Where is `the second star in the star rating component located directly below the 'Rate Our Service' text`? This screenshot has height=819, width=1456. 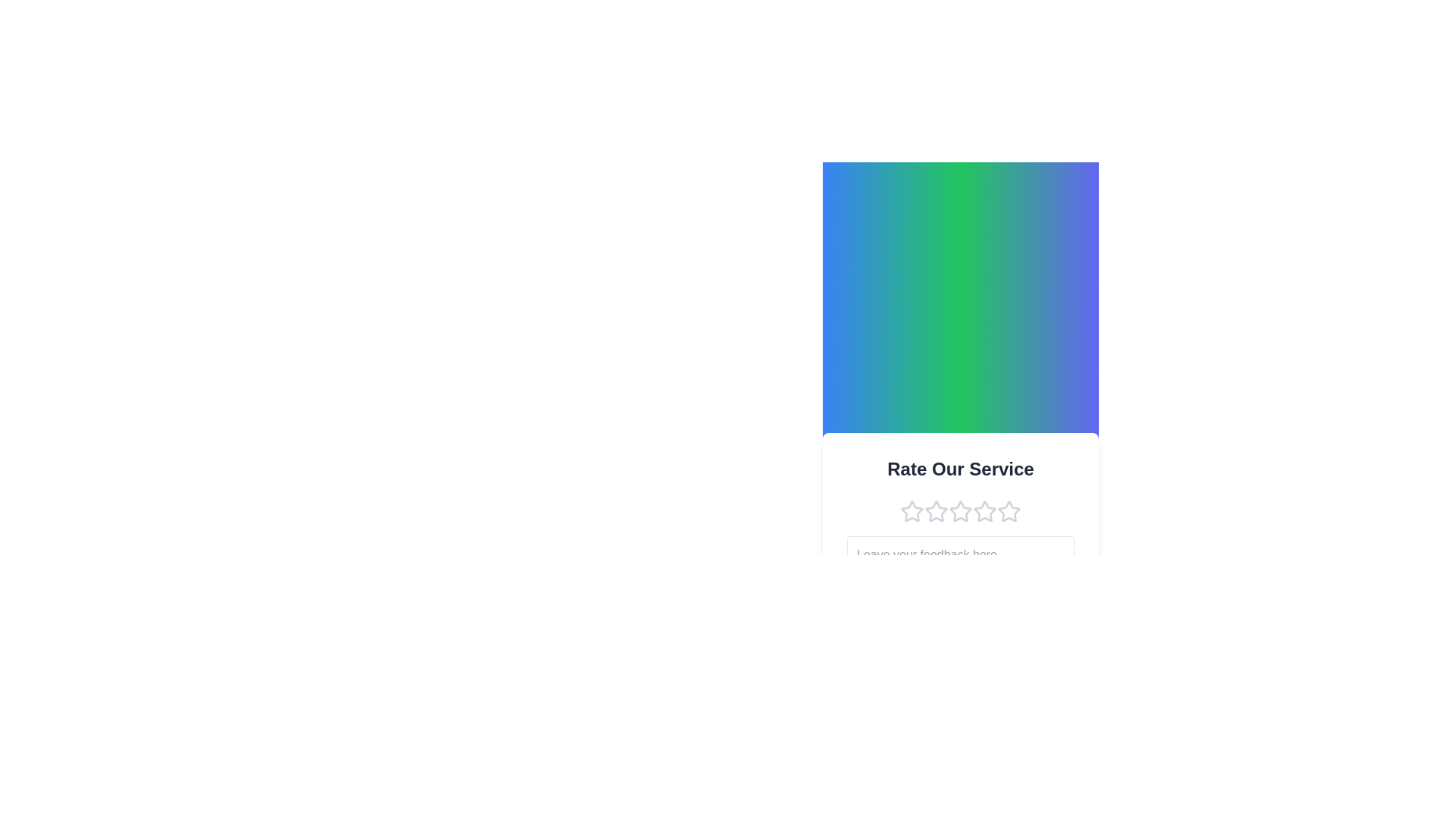
the second star in the star rating component located directly below the 'Rate Our Service' text is located at coordinates (935, 511).